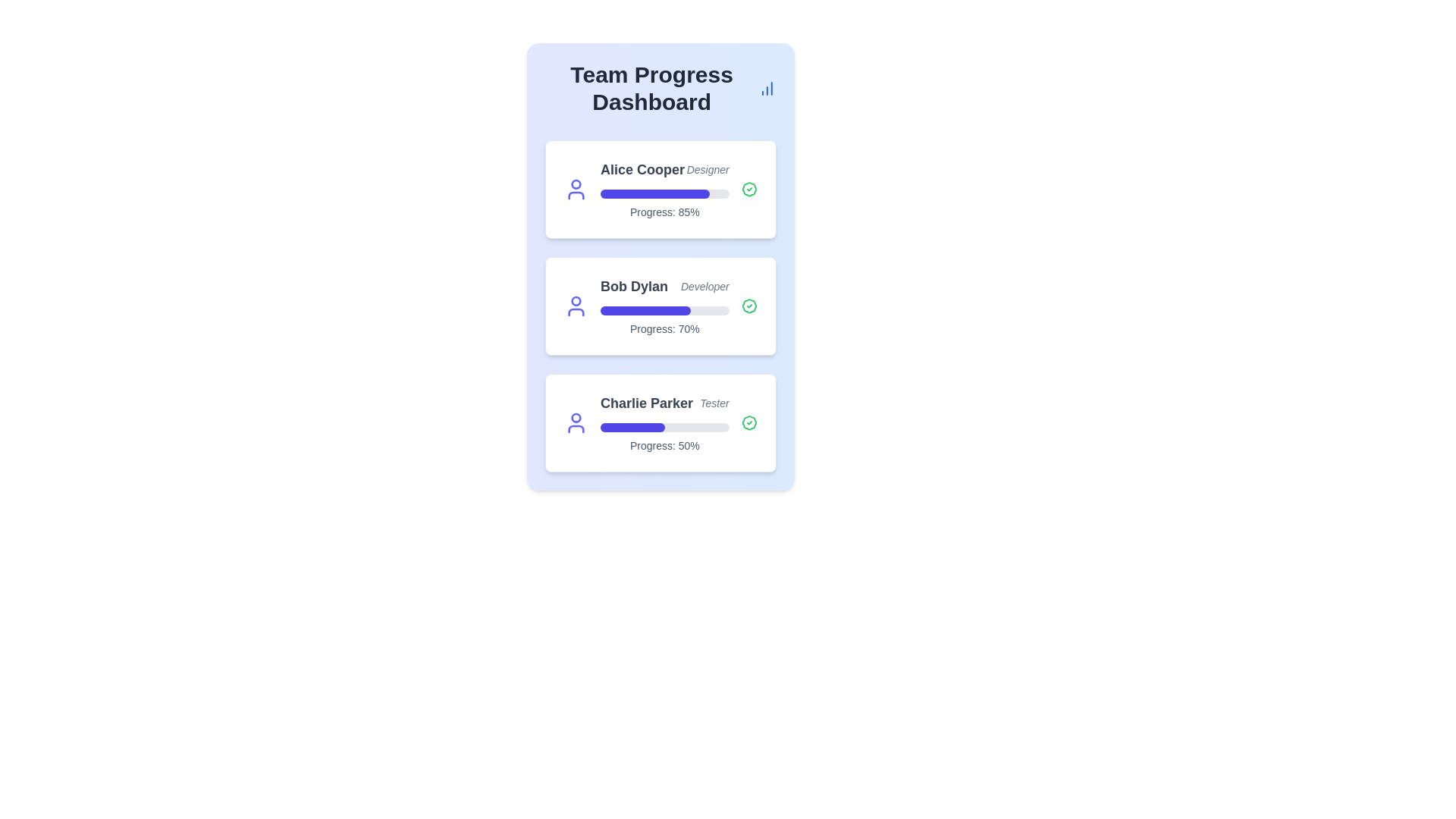  I want to click on the user information card displaying 'Charlie Parker', which is the third card in the vertical list of user cards in the dashboard, so click(661, 423).